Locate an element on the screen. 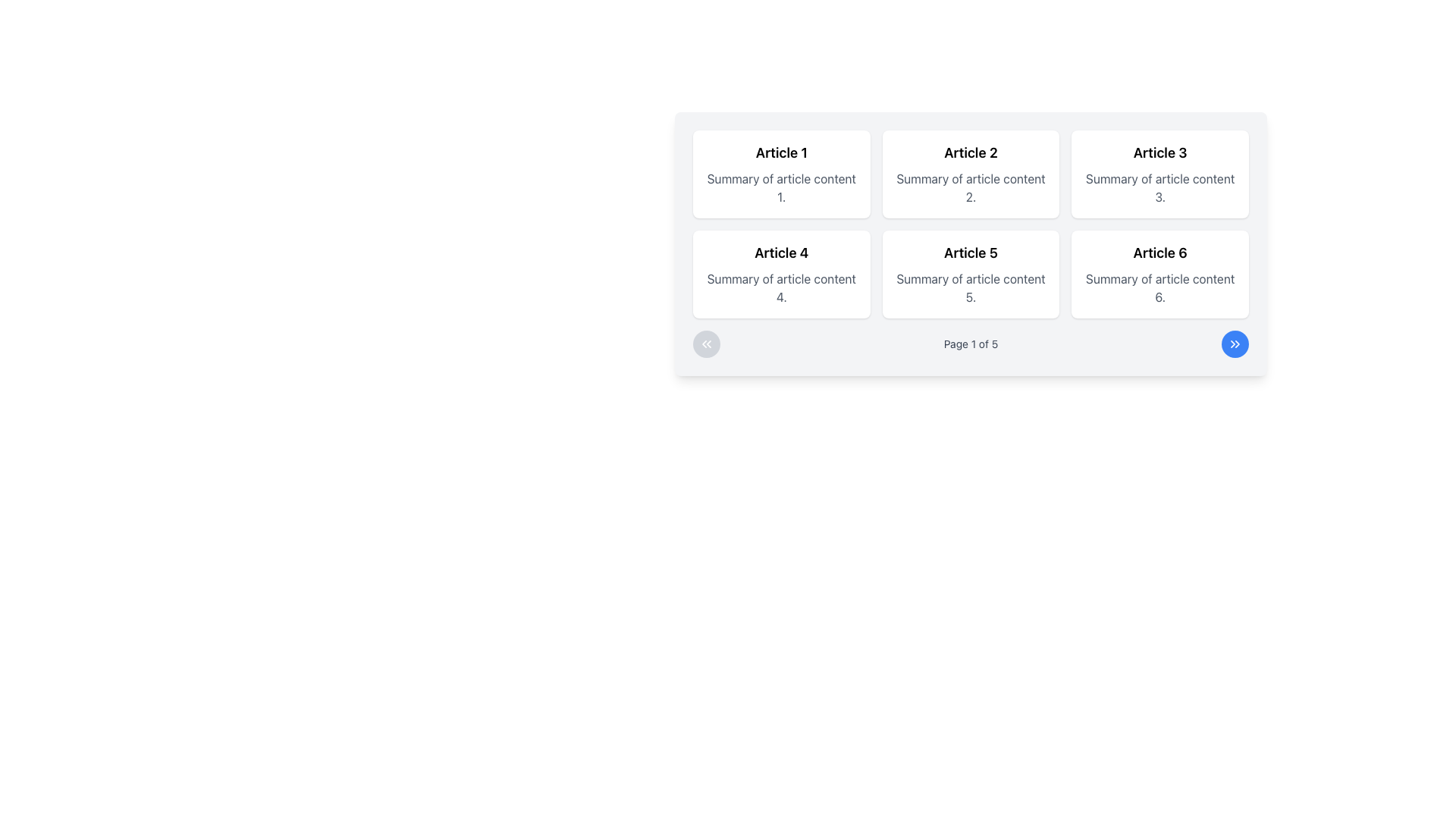 The height and width of the screenshot is (819, 1456). the text block displaying 'Summary of article content 5.' located beneath the title 'Article 5.' is located at coordinates (971, 288).